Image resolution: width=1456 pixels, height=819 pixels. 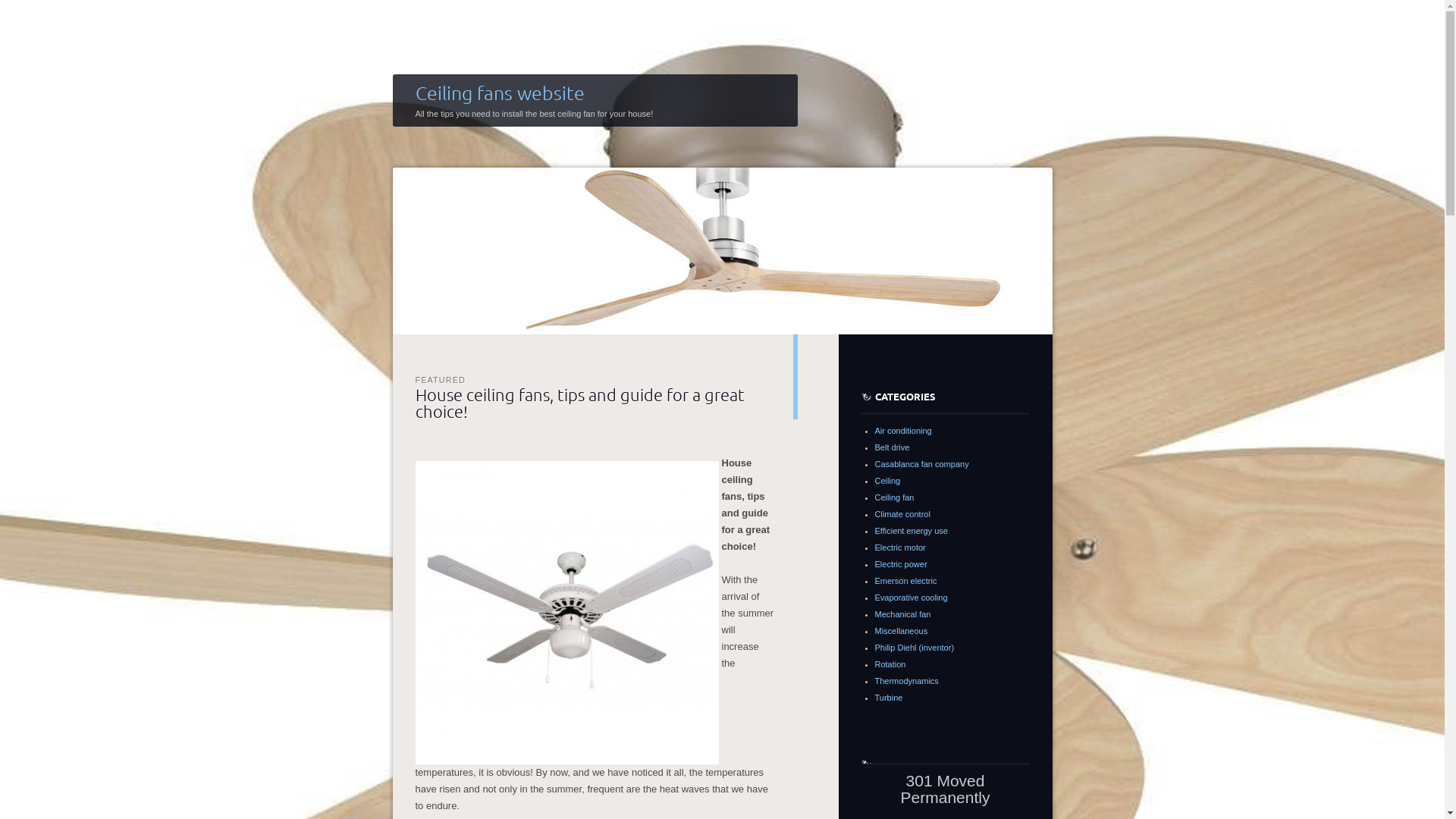 What do you see at coordinates (902, 631) in the screenshot?
I see `'Miscellaneous'` at bounding box center [902, 631].